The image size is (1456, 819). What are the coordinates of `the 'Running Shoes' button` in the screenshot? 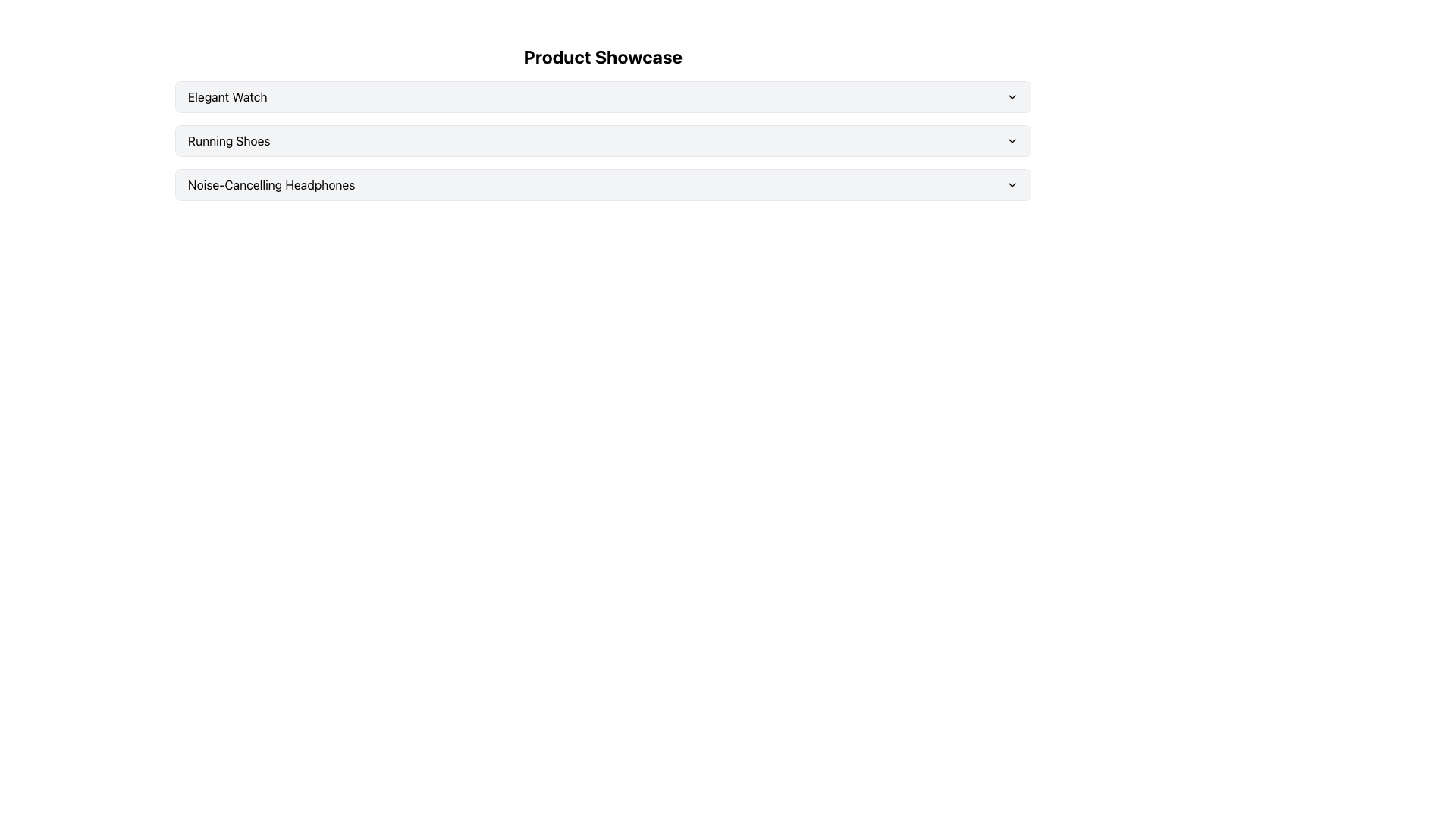 It's located at (602, 140).